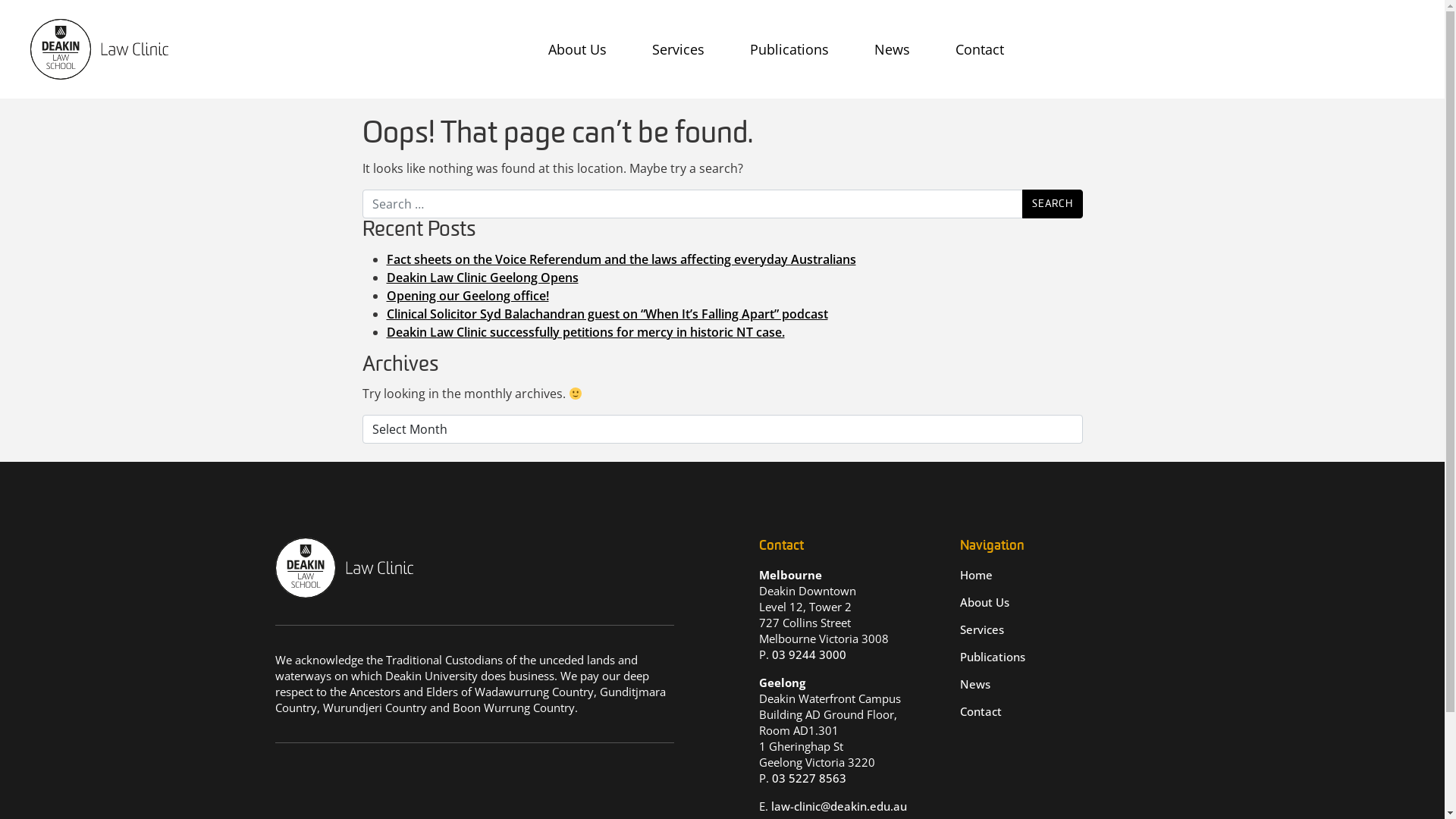 The image size is (1456, 819). What do you see at coordinates (1051, 203) in the screenshot?
I see `'Search'` at bounding box center [1051, 203].